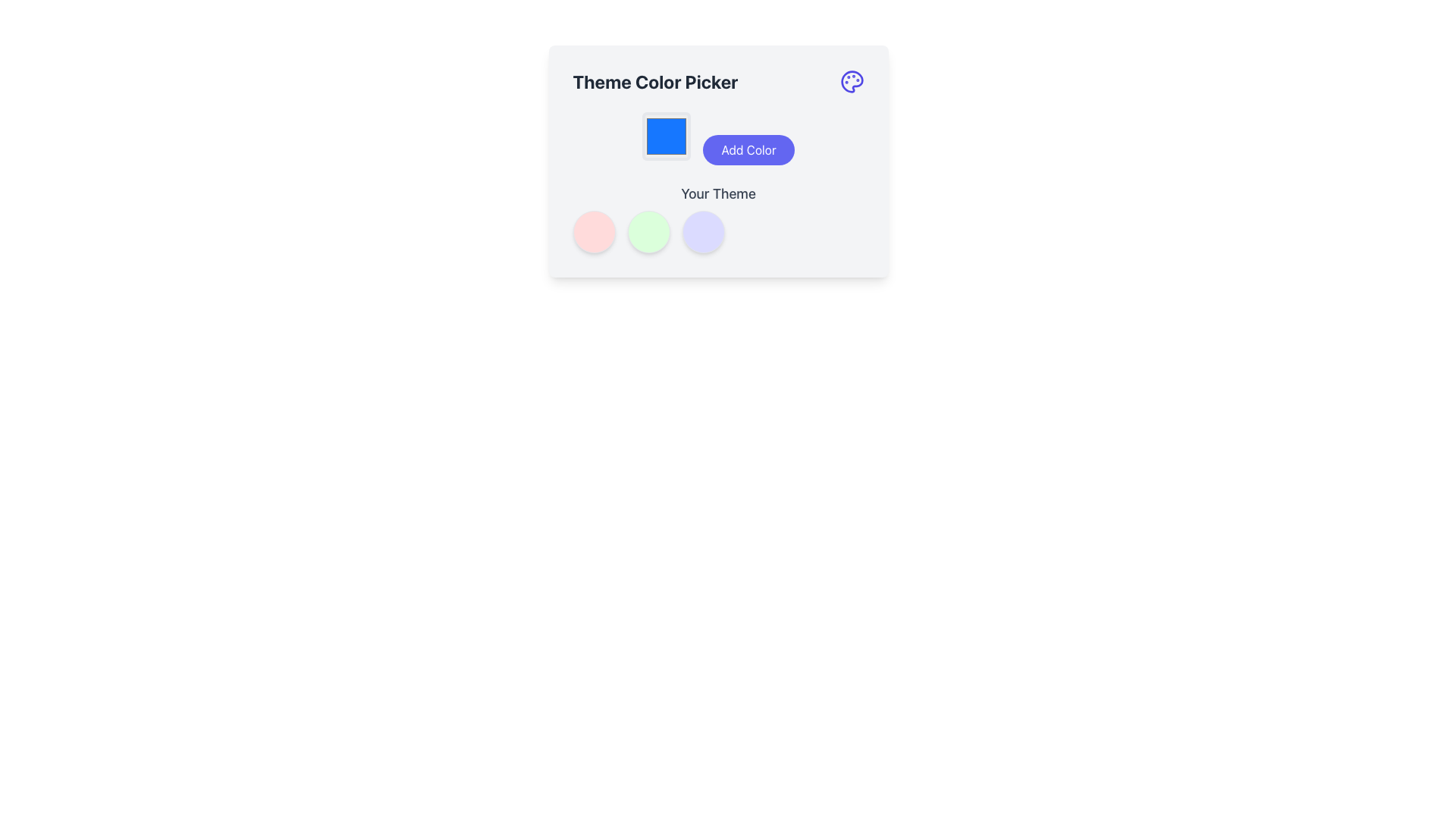 This screenshot has height=819, width=1456. Describe the element at coordinates (717, 218) in the screenshot. I see `the middle circle of the color selection options in the Theme Color Picker` at that location.